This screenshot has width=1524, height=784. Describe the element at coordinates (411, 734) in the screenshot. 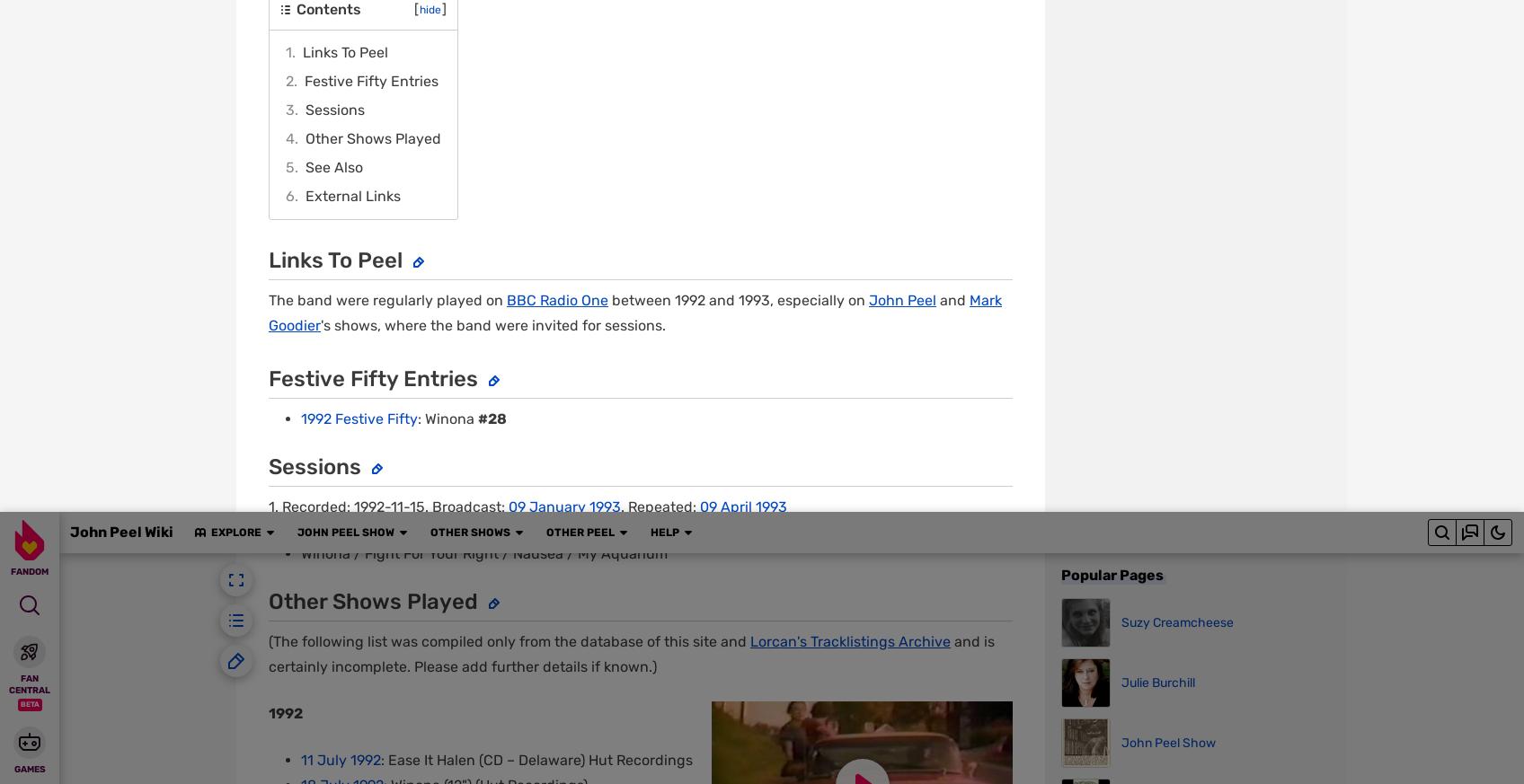

I see `'Explore properties'` at that location.